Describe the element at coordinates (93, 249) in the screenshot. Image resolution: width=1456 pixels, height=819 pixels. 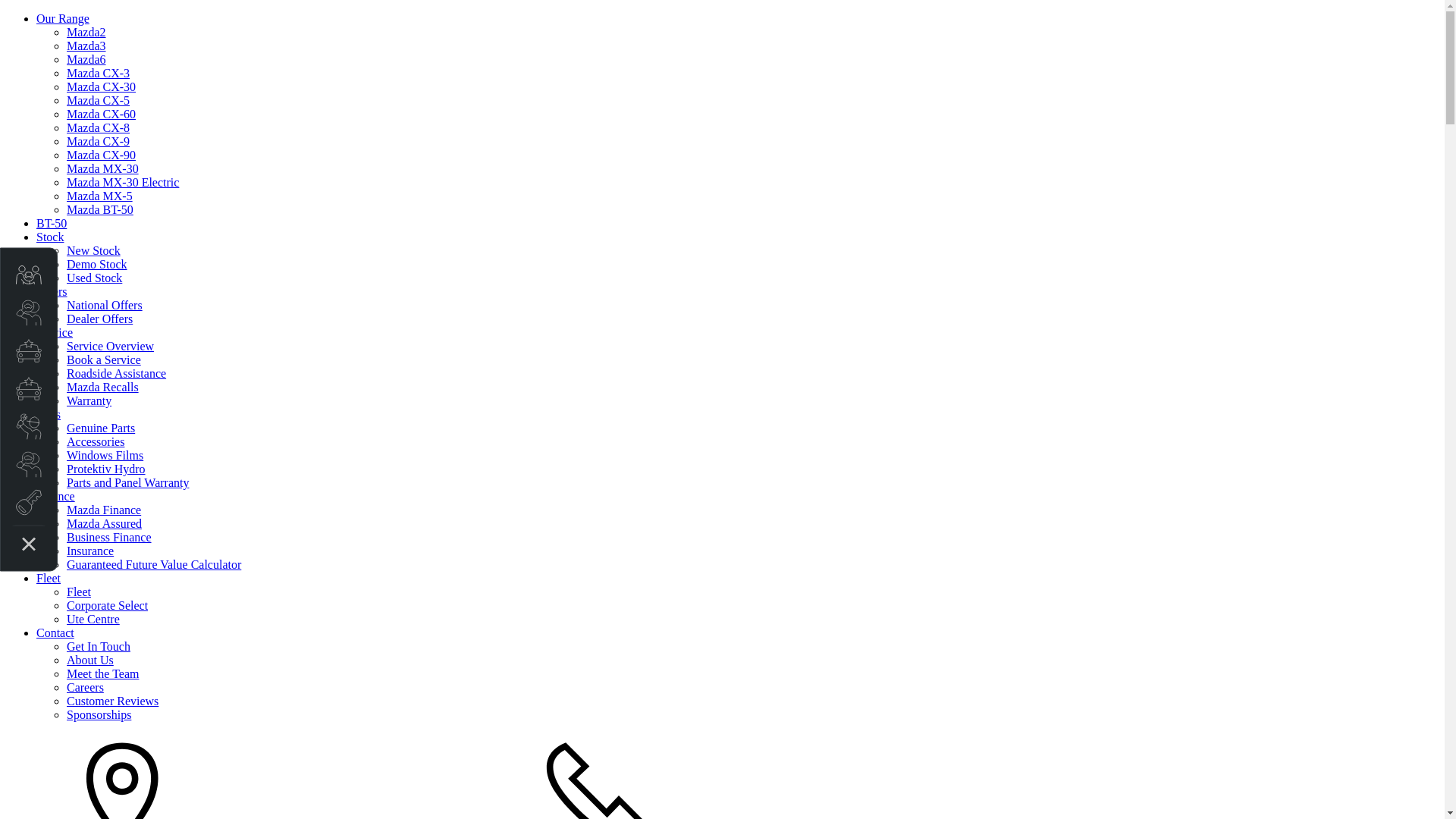
I see `'New Stock'` at that location.